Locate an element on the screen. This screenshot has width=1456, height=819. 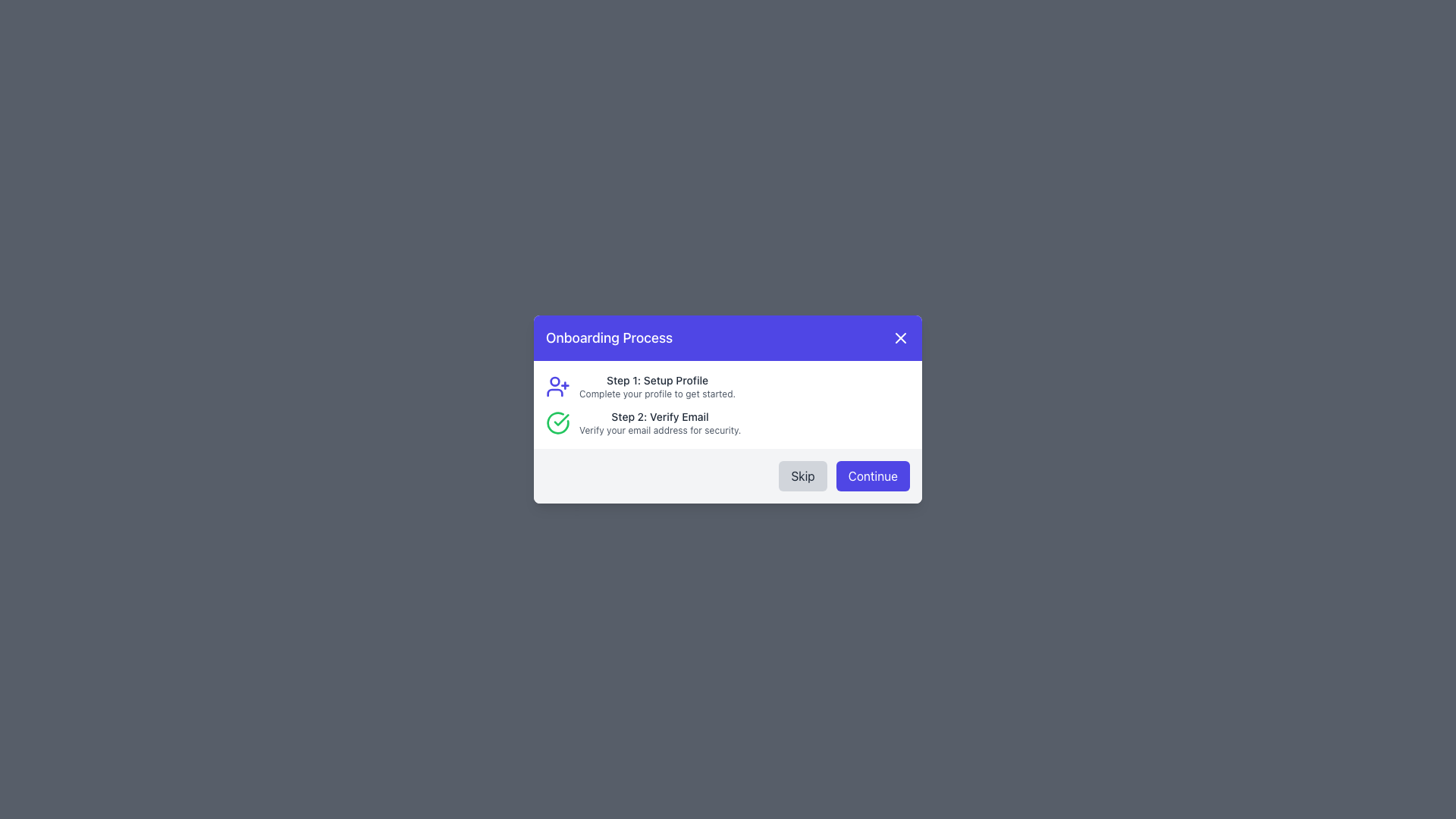
step description located in the first text block of the modal dialog titled 'Onboarding Process', which instructs the user about setting up their profile is located at coordinates (657, 385).